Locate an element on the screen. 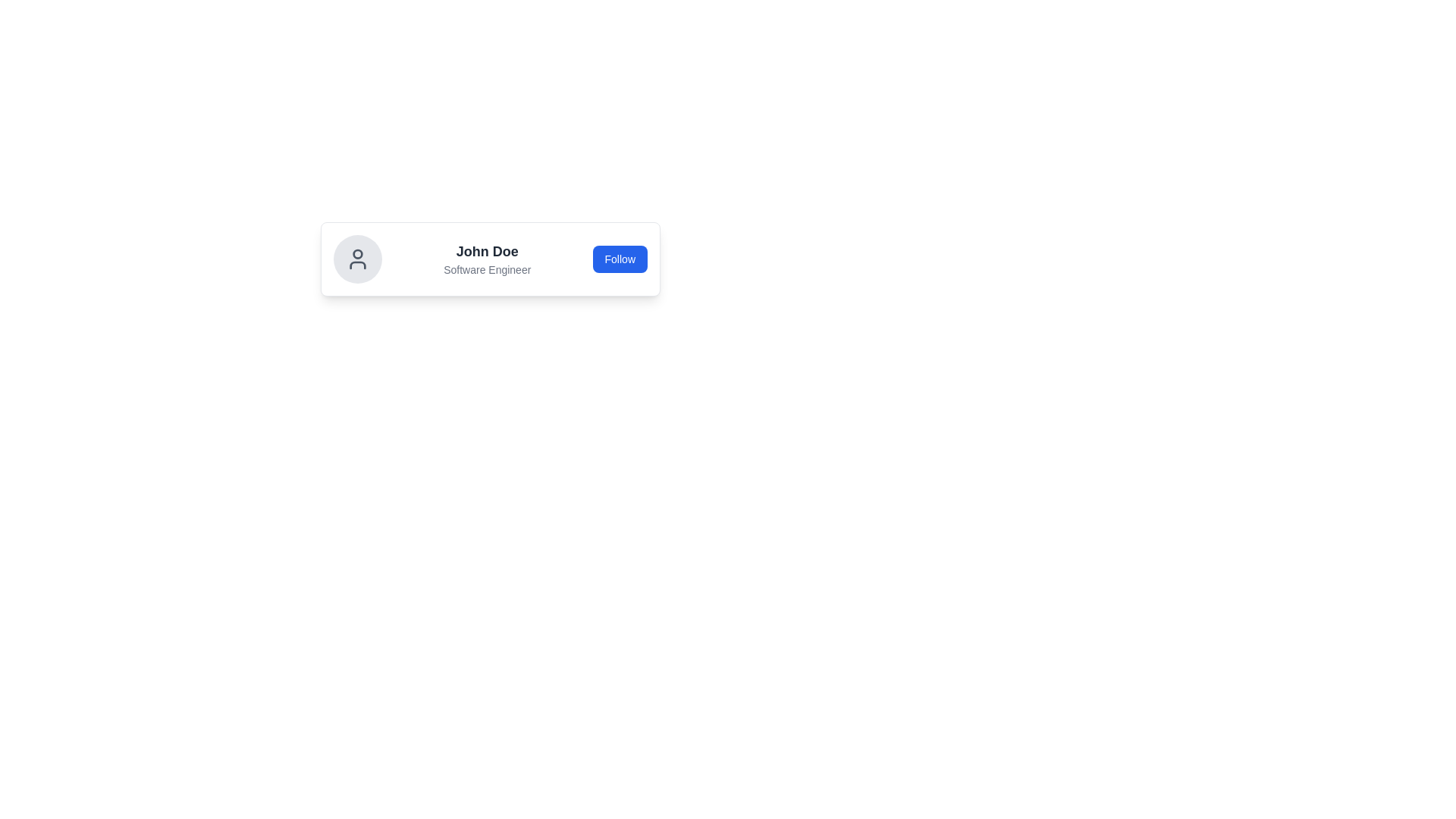  the circular user profile icon, which features a minimalist outline of a person in gray is located at coordinates (356, 259).